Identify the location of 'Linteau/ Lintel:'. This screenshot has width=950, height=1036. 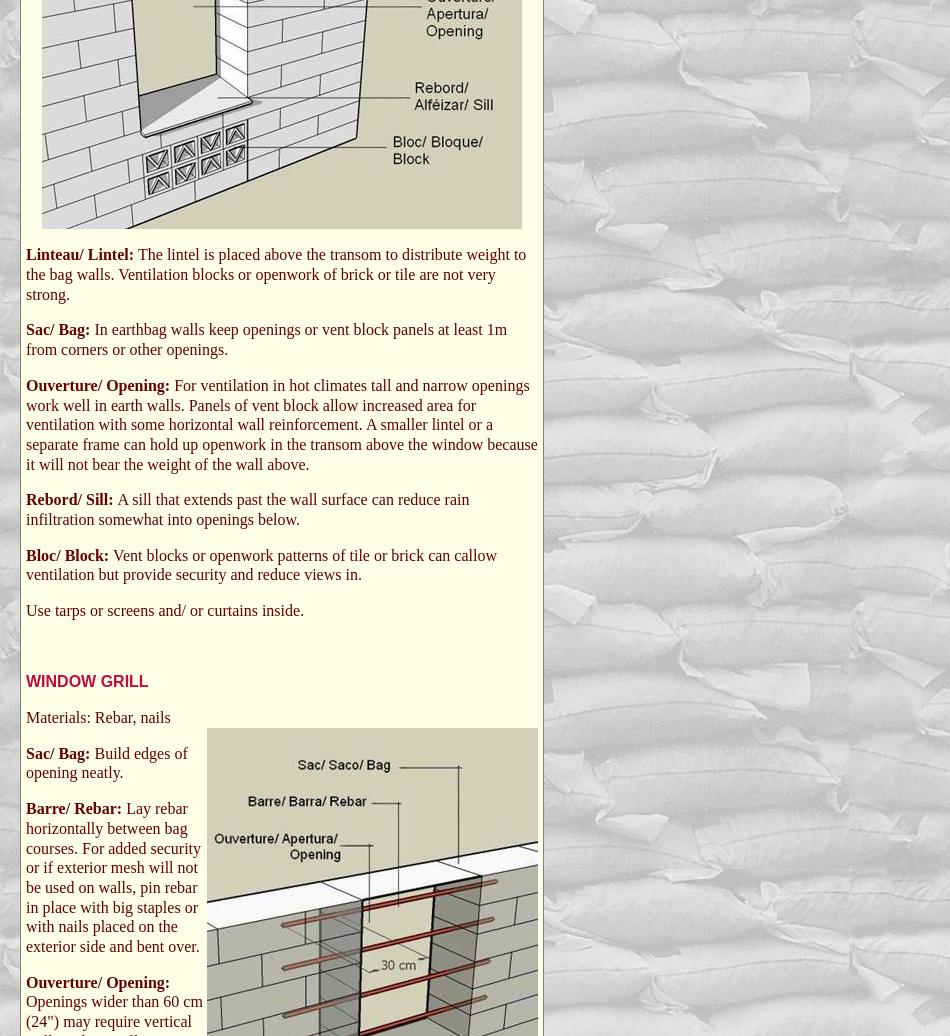
(26, 254).